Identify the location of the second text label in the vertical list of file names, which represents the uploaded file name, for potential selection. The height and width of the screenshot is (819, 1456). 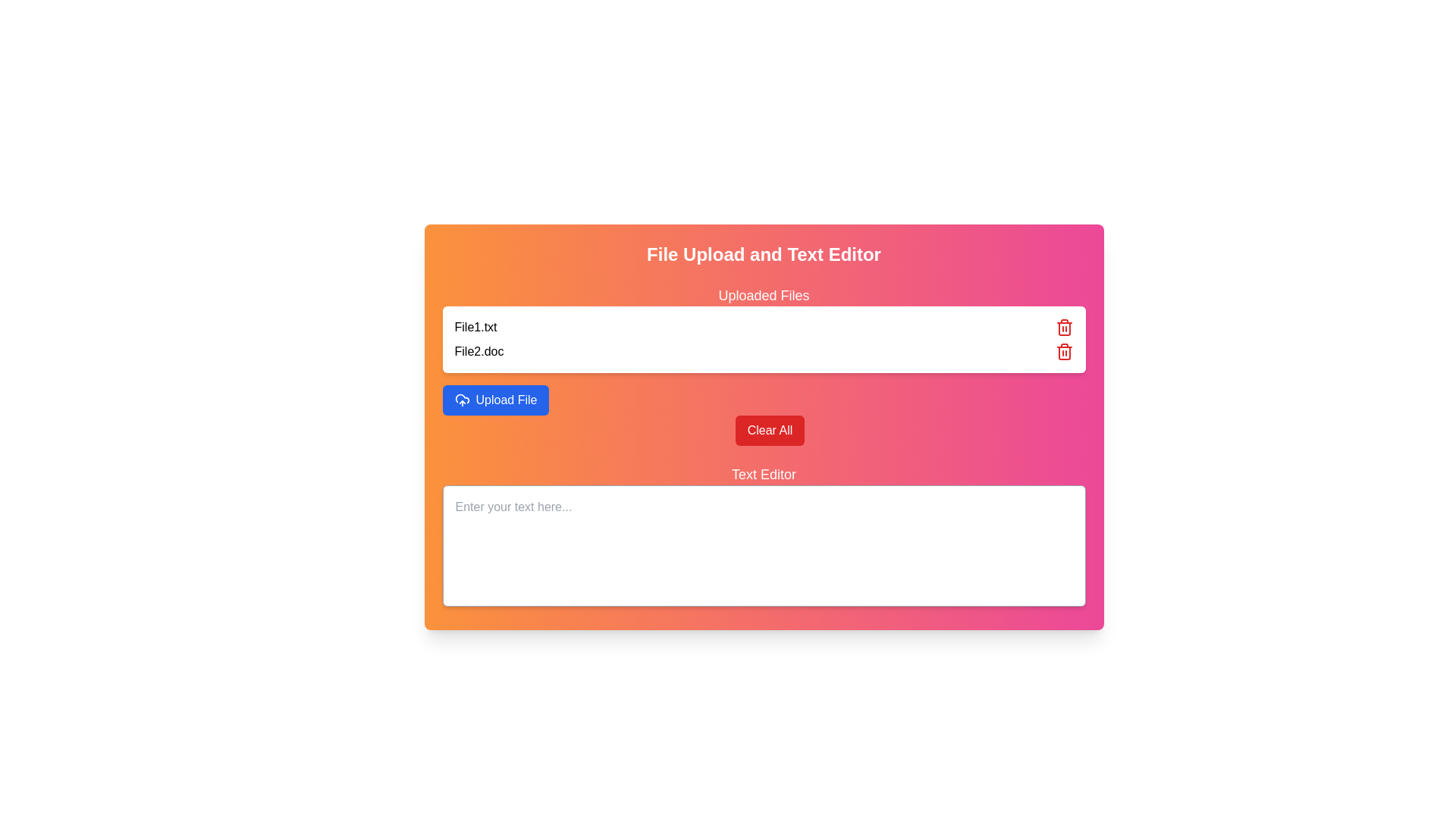
(478, 351).